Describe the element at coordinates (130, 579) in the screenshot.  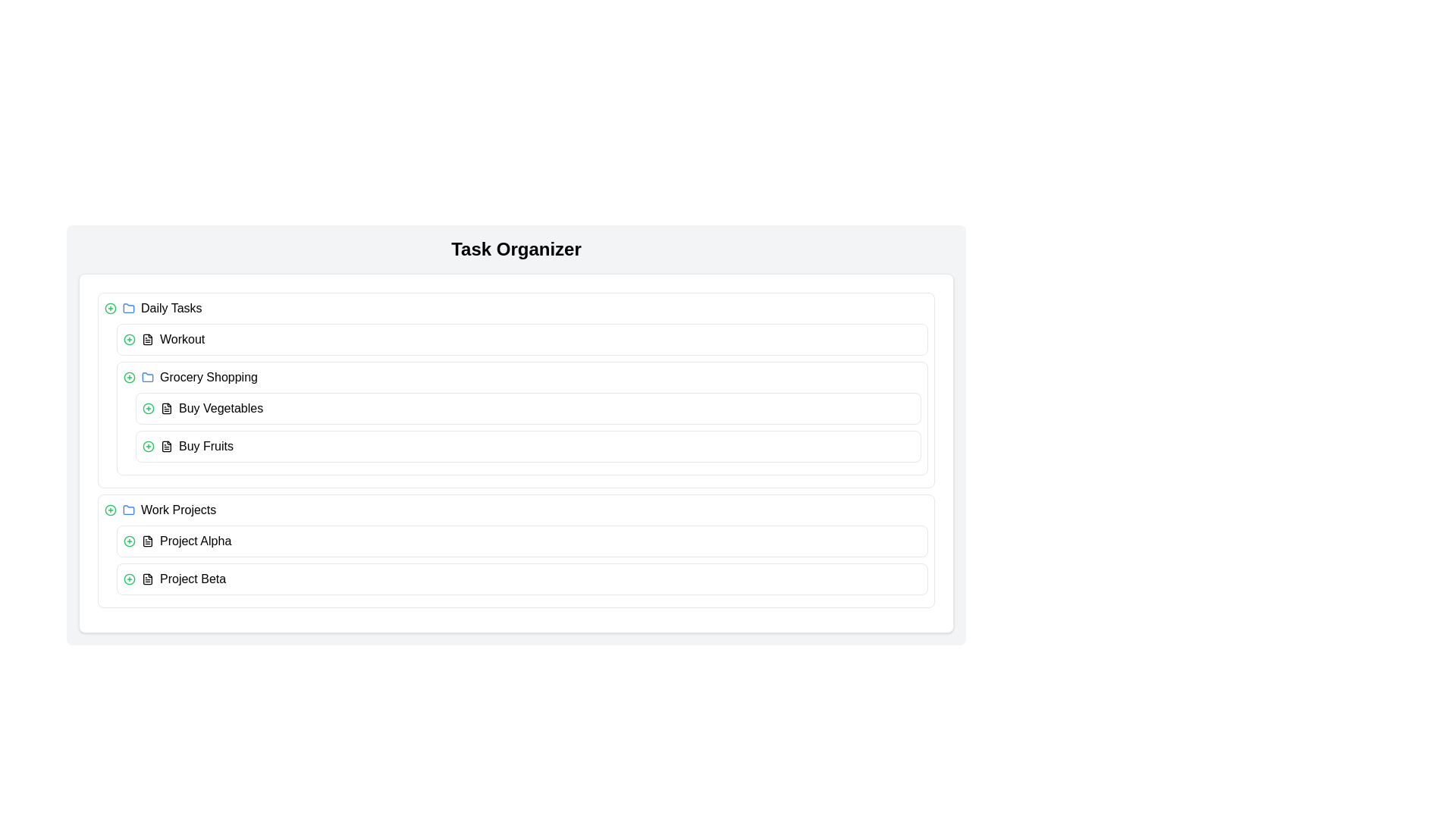
I see `the central circular decorative element of the interactive icon next to the 'Grocery Shopping' folder in the 'Task Organizer' interface to engage its functionality` at that location.